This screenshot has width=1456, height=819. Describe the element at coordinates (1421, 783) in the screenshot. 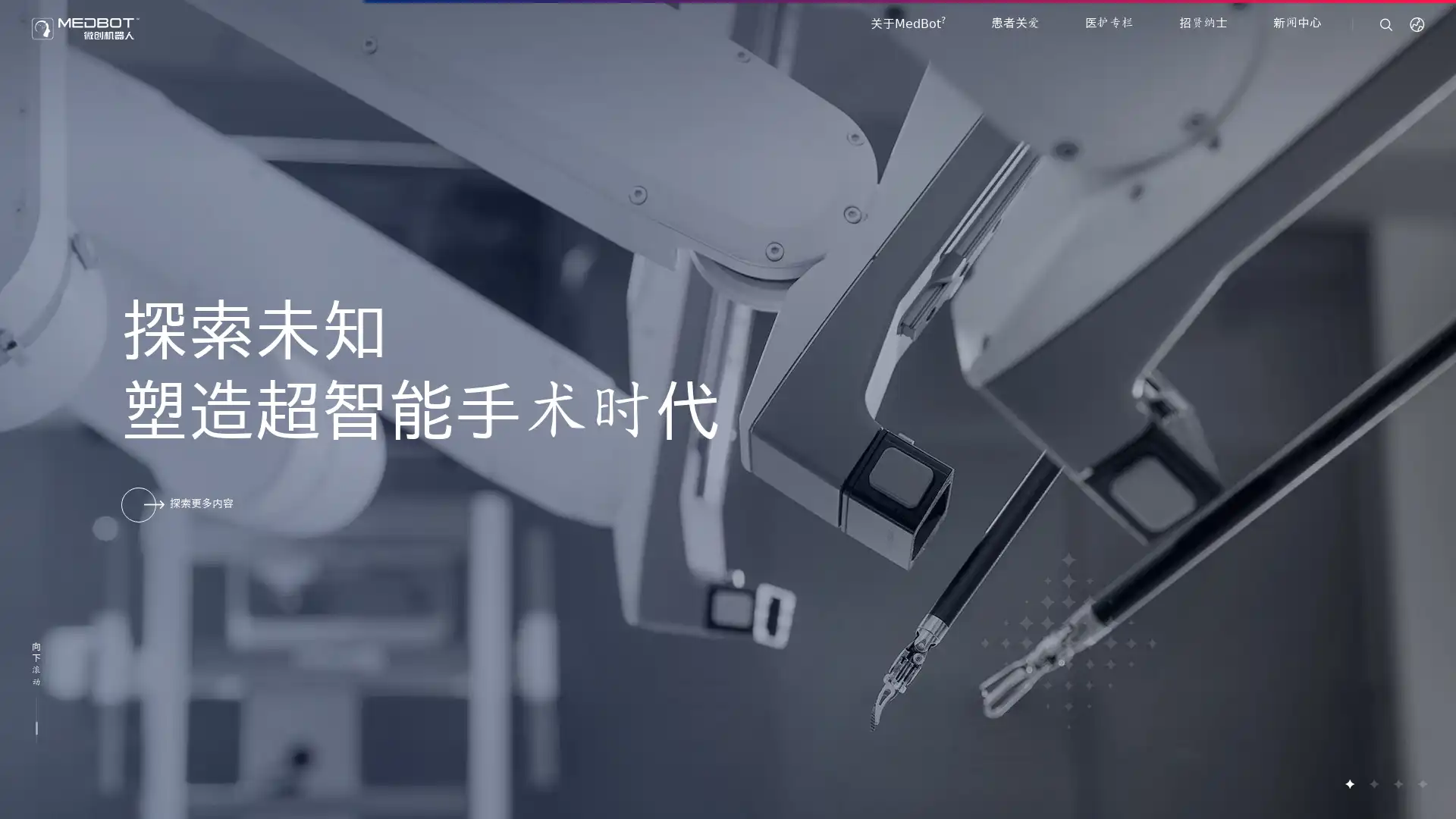

I see `Go to slide 4` at that location.